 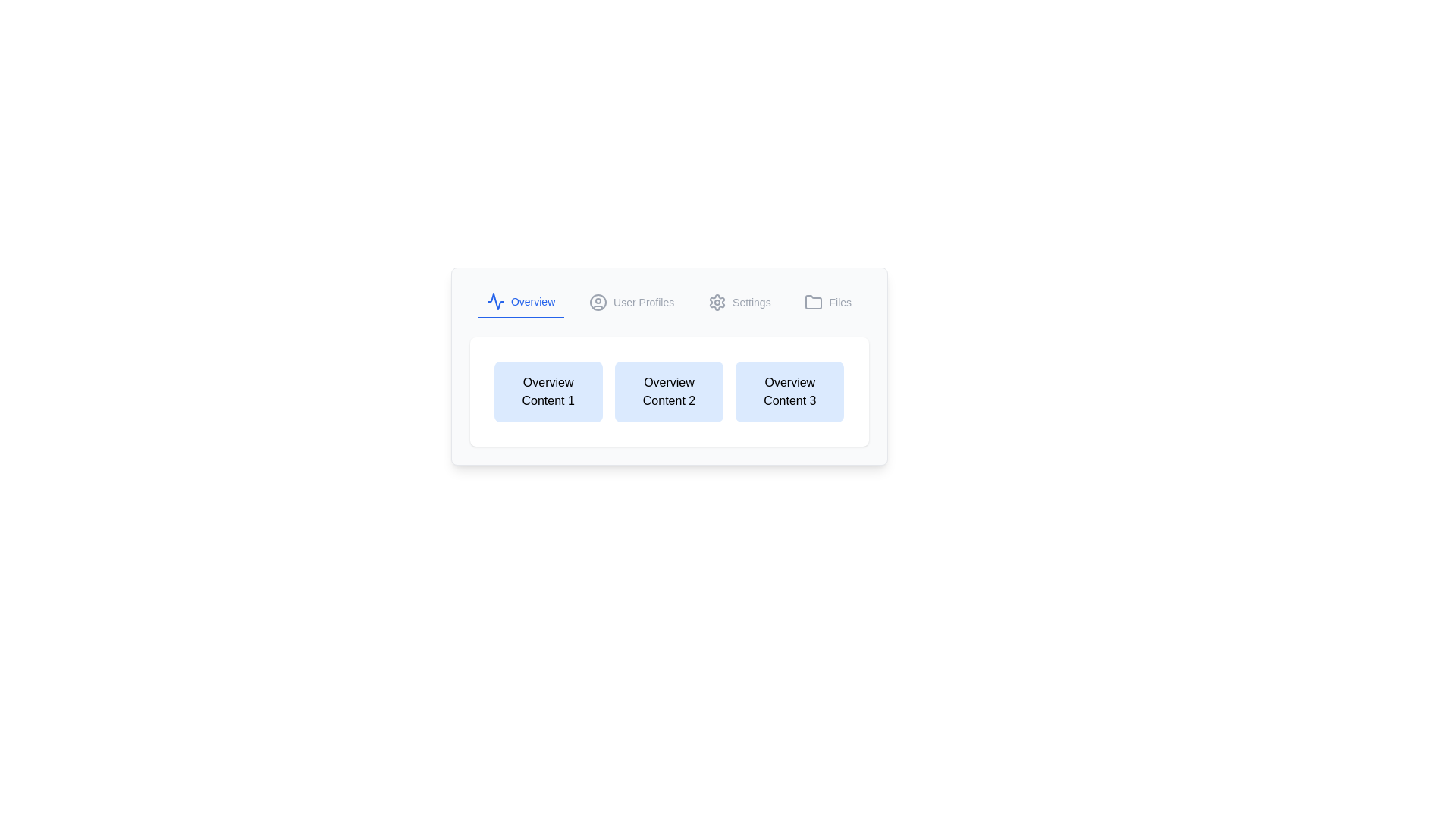 I want to click on the 'Overview' navigation tab, which is the leftmost tab in a horizontal list of navigation tabs, characterized by a blue text color, a pulse waveform icon, and a blue underline indicating its active state, so click(x=521, y=302).